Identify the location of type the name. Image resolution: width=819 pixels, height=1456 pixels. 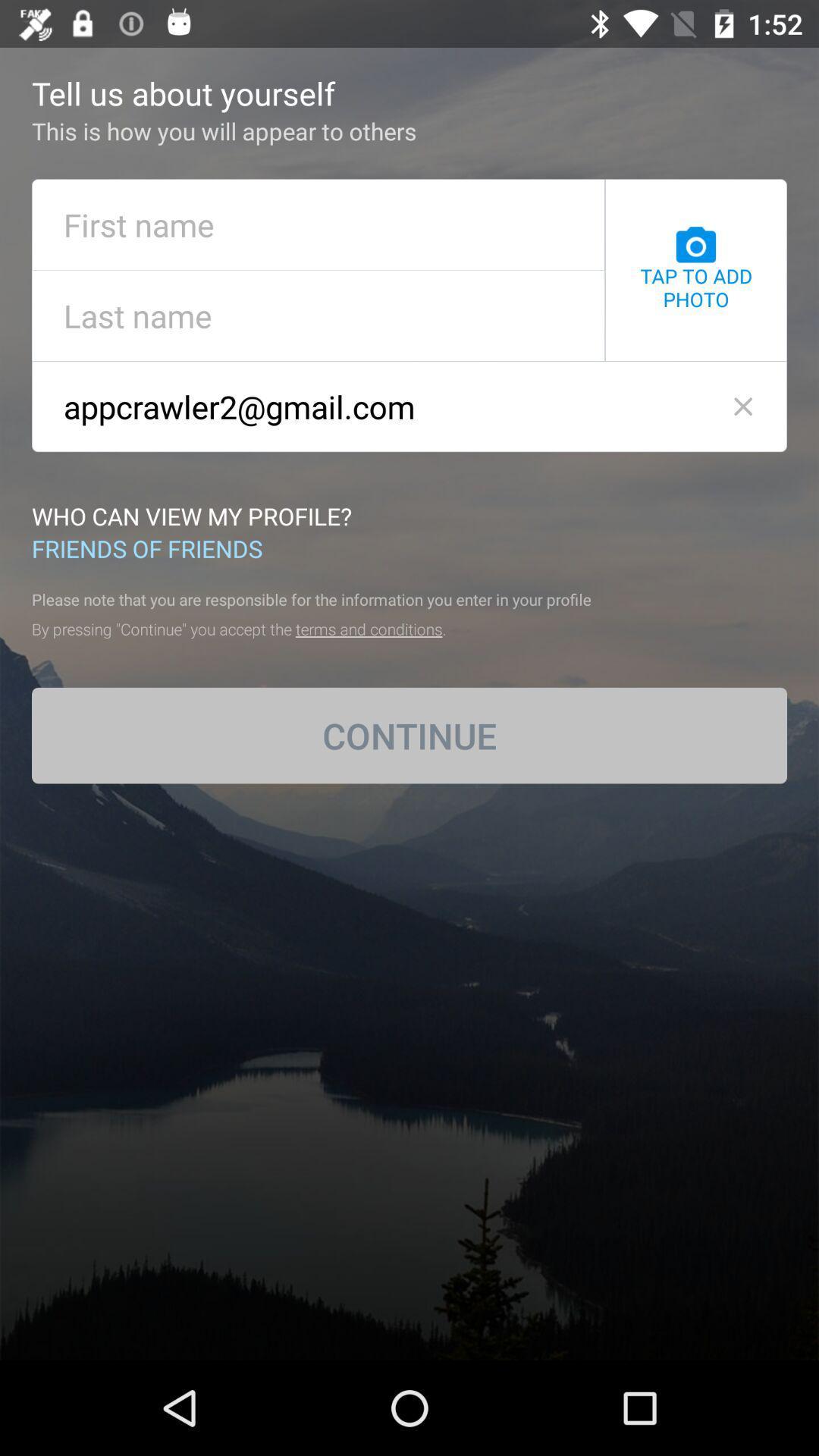
(318, 224).